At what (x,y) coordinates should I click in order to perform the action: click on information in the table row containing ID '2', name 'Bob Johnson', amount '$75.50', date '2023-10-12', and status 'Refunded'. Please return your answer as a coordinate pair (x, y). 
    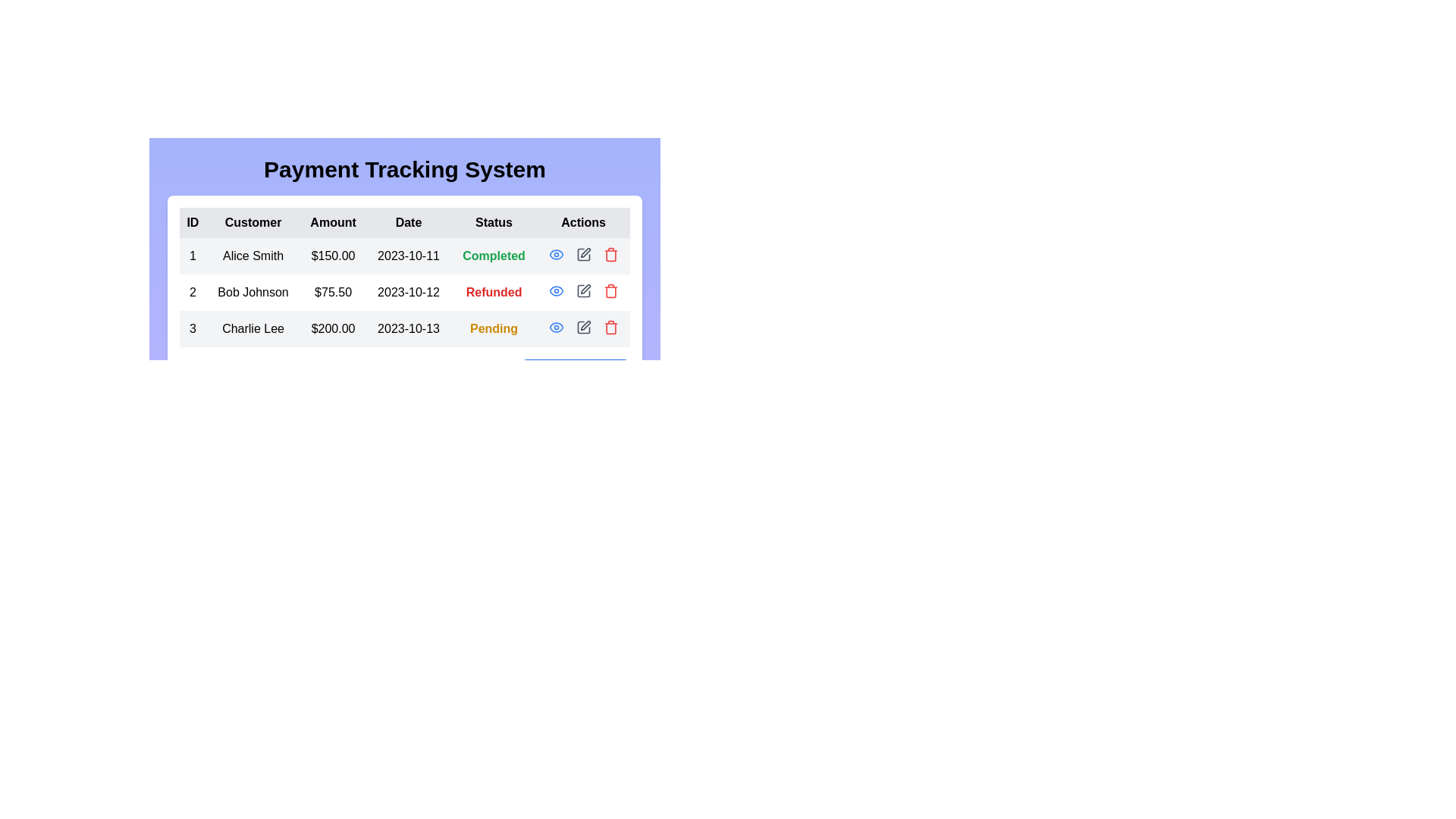
    Looking at the image, I should click on (404, 292).